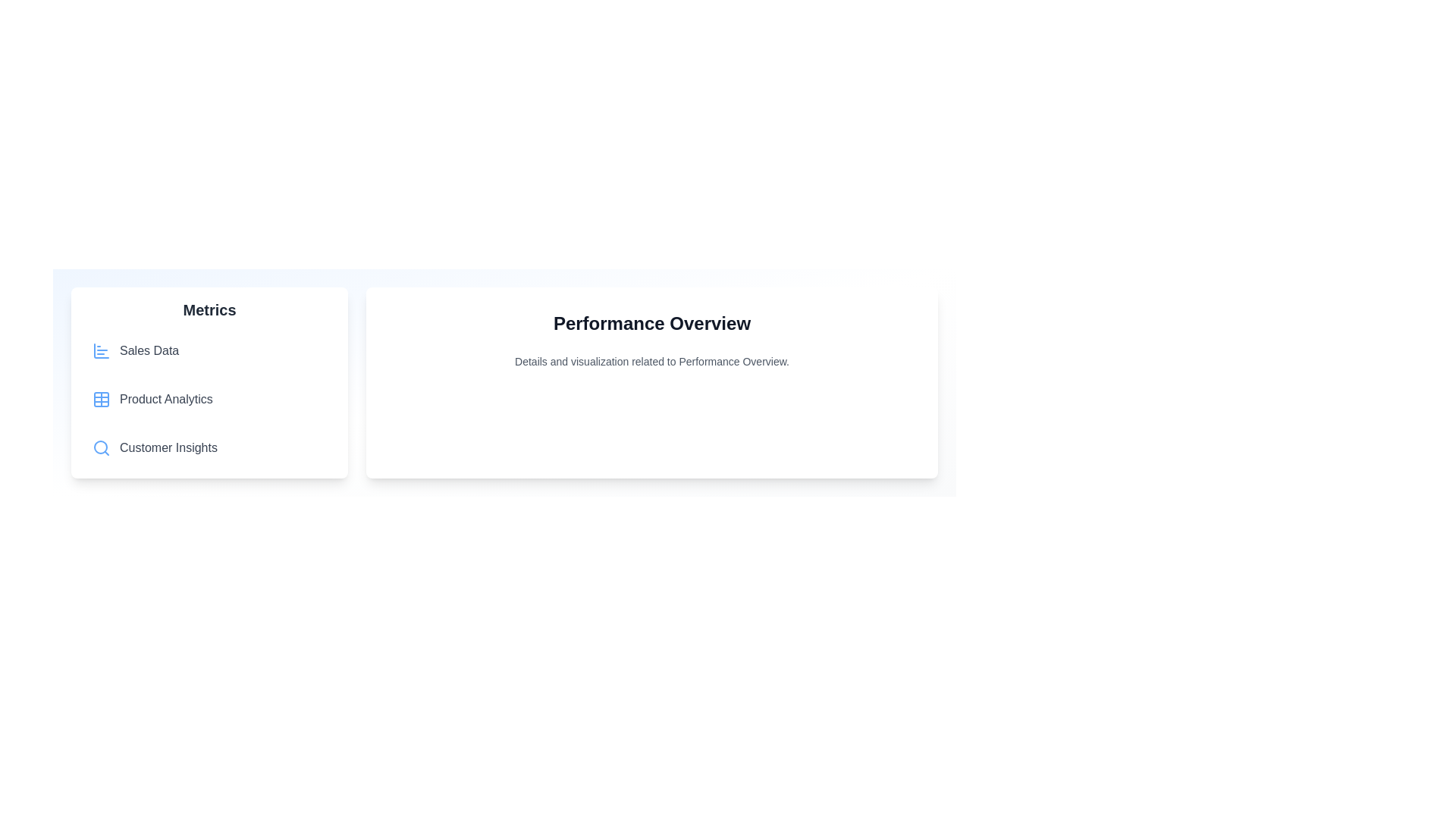  Describe the element at coordinates (209, 382) in the screenshot. I see `the second list item titled 'Product Analytics' within the 'Metrics' card` at that location.